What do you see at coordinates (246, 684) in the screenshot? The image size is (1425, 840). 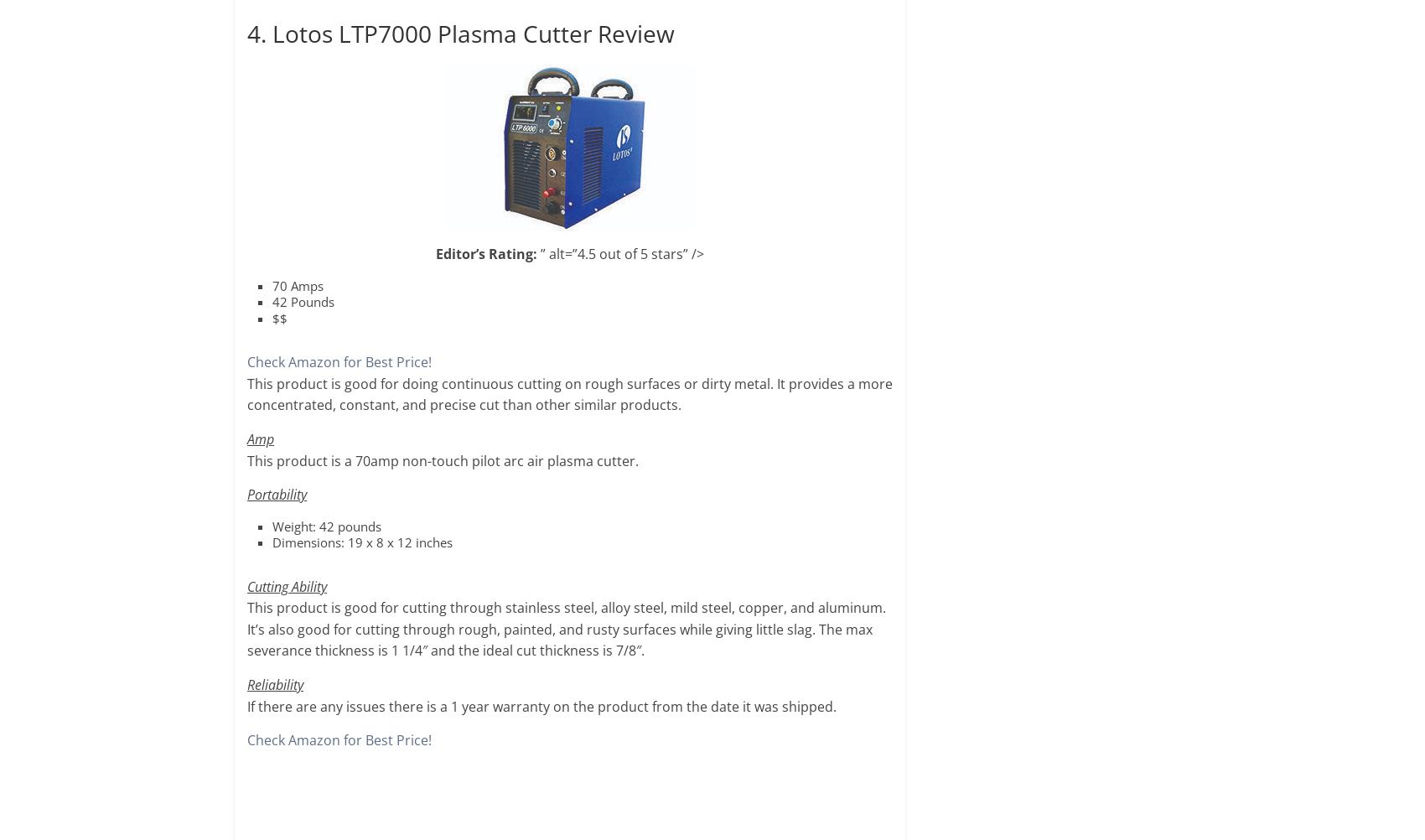 I see `'Reliability'` at bounding box center [246, 684].